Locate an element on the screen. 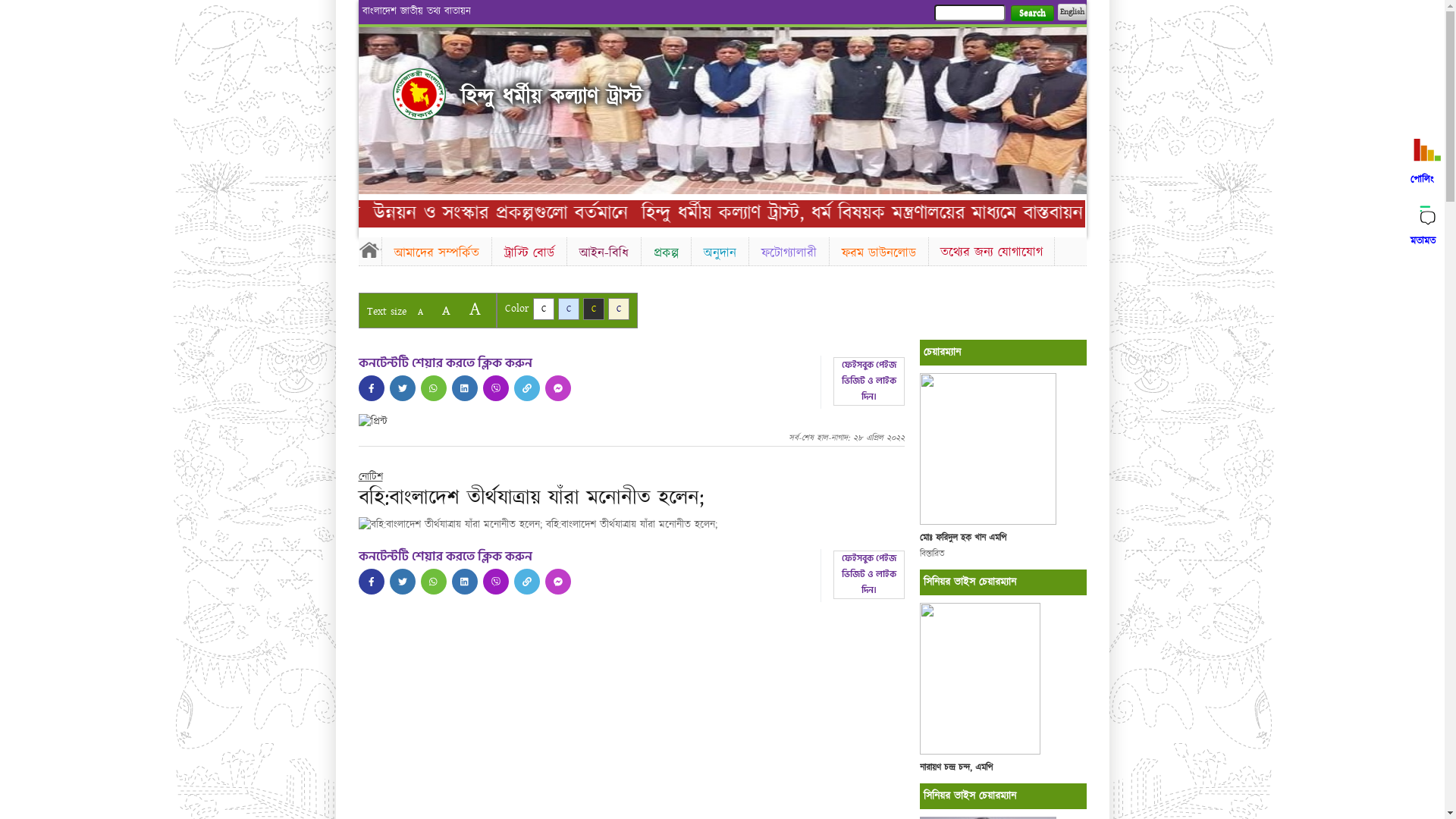  'C' is located at coordinates (619, 308).